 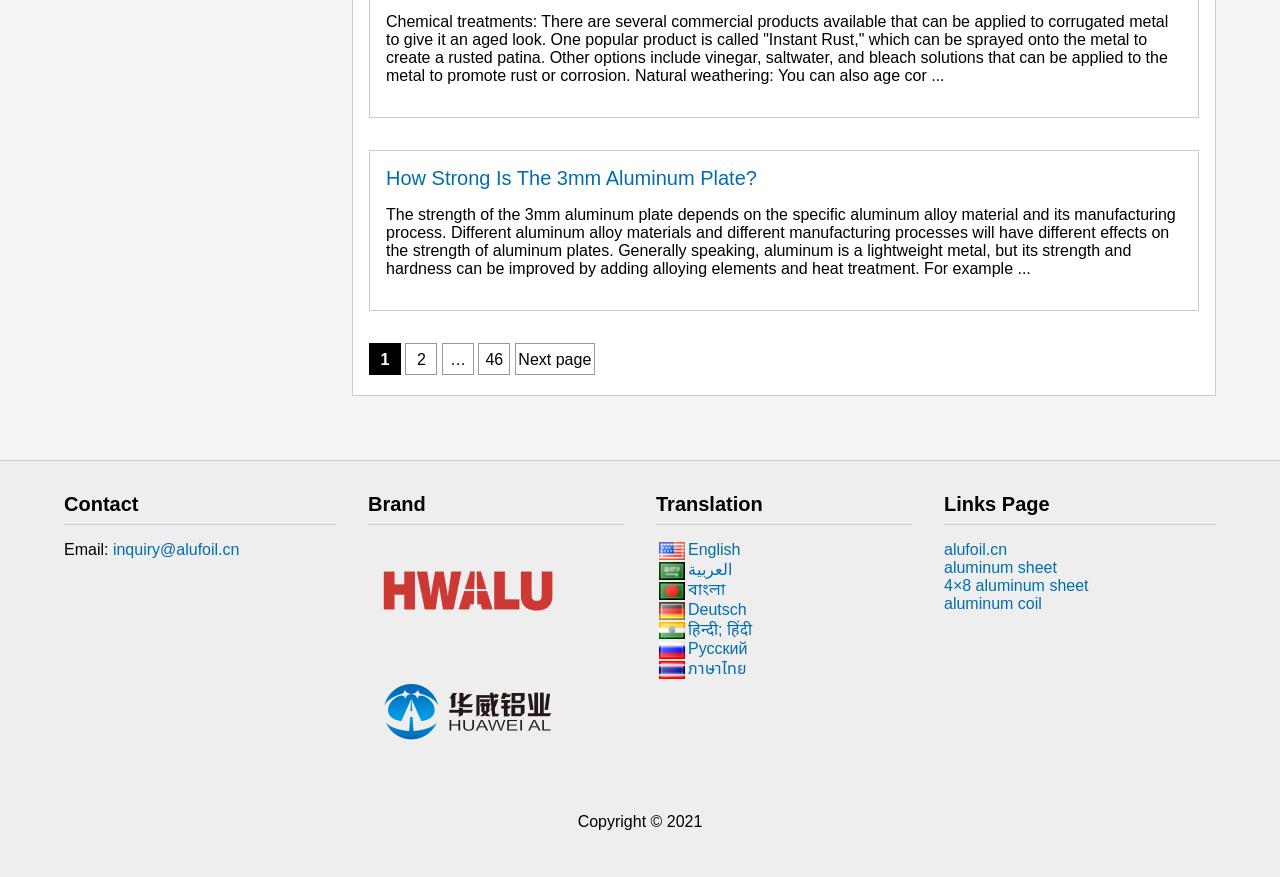 I want to click on 'Copyright © 2021', so click(x=576, y=820).